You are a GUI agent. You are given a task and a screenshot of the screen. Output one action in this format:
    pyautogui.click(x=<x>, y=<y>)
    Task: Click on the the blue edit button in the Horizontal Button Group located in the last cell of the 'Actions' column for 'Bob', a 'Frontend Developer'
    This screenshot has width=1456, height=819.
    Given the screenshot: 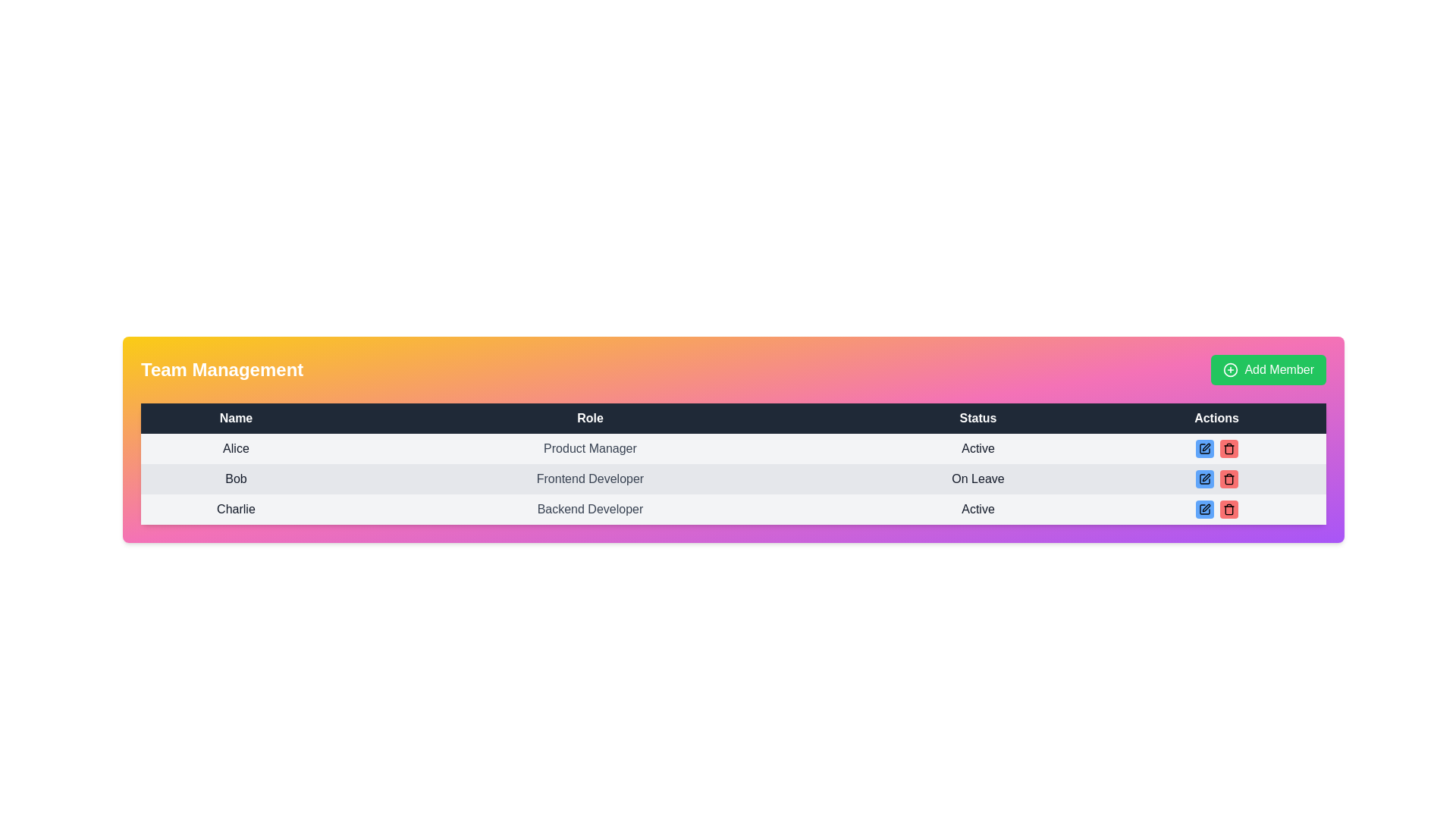 What is the action you would take?
    pyautogui.click(x=1216, y=479)
    